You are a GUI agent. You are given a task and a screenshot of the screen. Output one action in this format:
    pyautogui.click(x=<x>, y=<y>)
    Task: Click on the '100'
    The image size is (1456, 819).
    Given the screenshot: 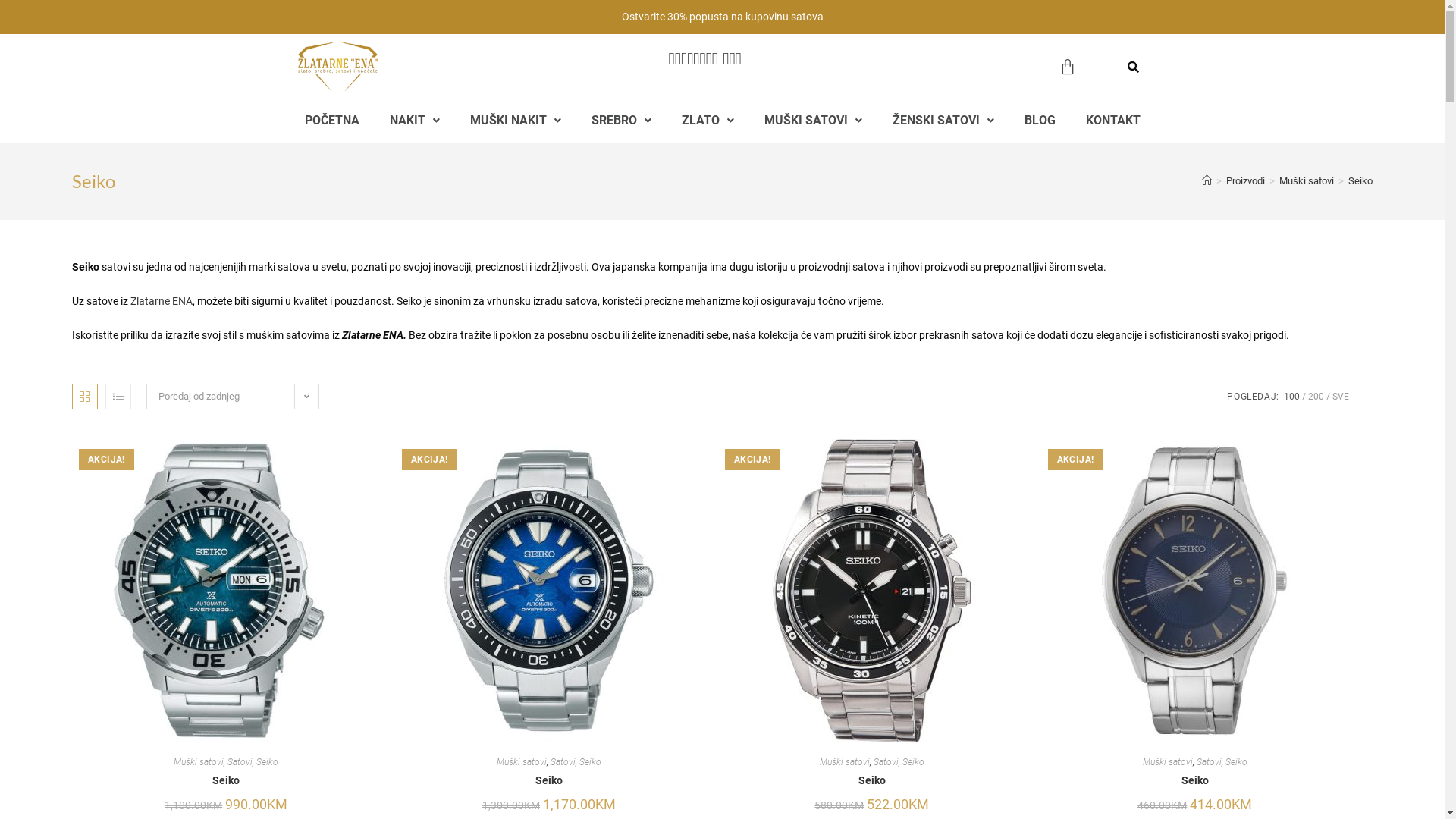 What is the action you would take?
    pyautogui.click(x=1291, y=396)
    